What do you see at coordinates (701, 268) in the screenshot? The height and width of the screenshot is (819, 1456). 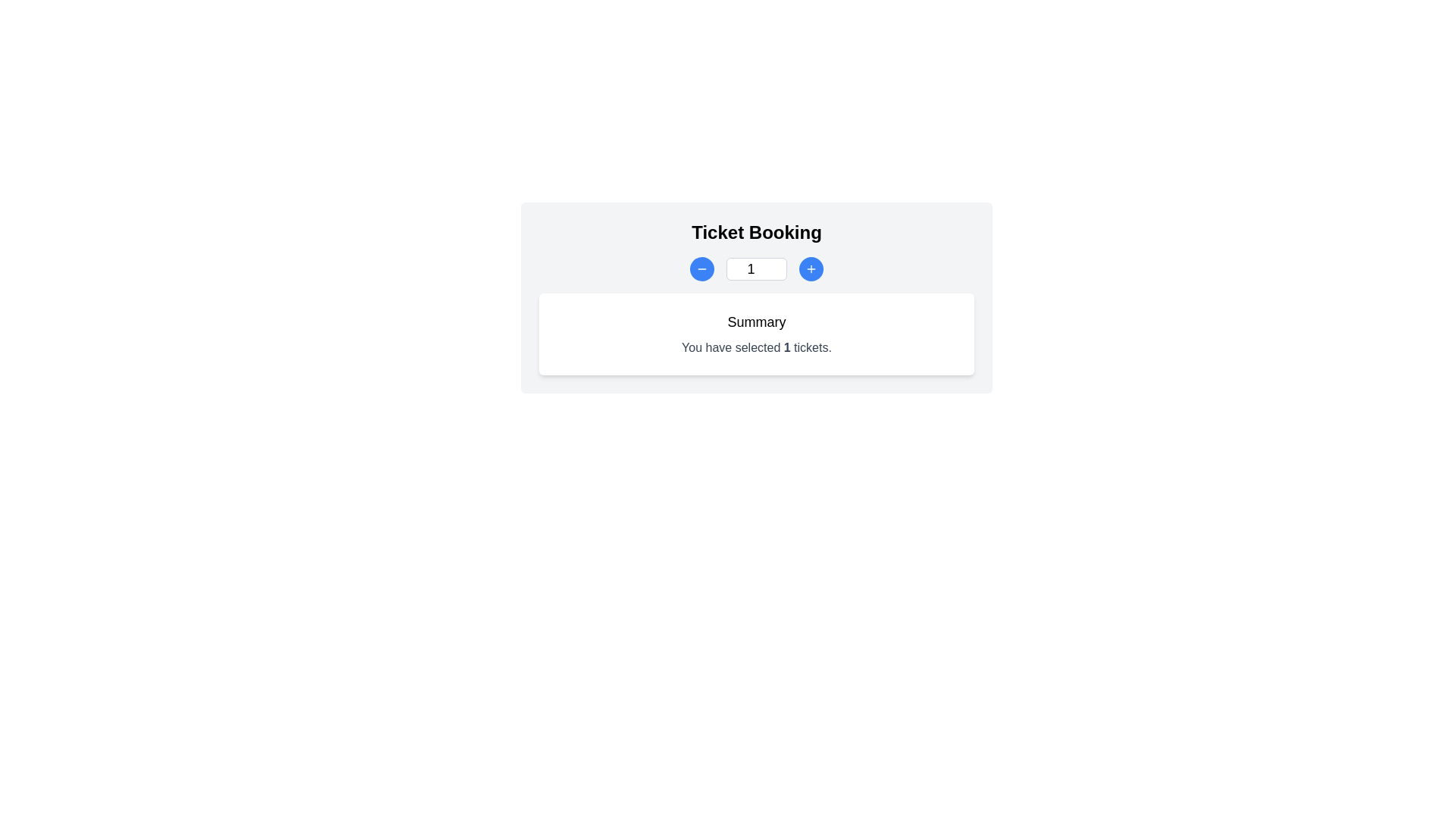 I see `the decrement button located at the leftmost position in the ticket booking interface to decrease the numeric input value by one` at bounding box center [701, 268].